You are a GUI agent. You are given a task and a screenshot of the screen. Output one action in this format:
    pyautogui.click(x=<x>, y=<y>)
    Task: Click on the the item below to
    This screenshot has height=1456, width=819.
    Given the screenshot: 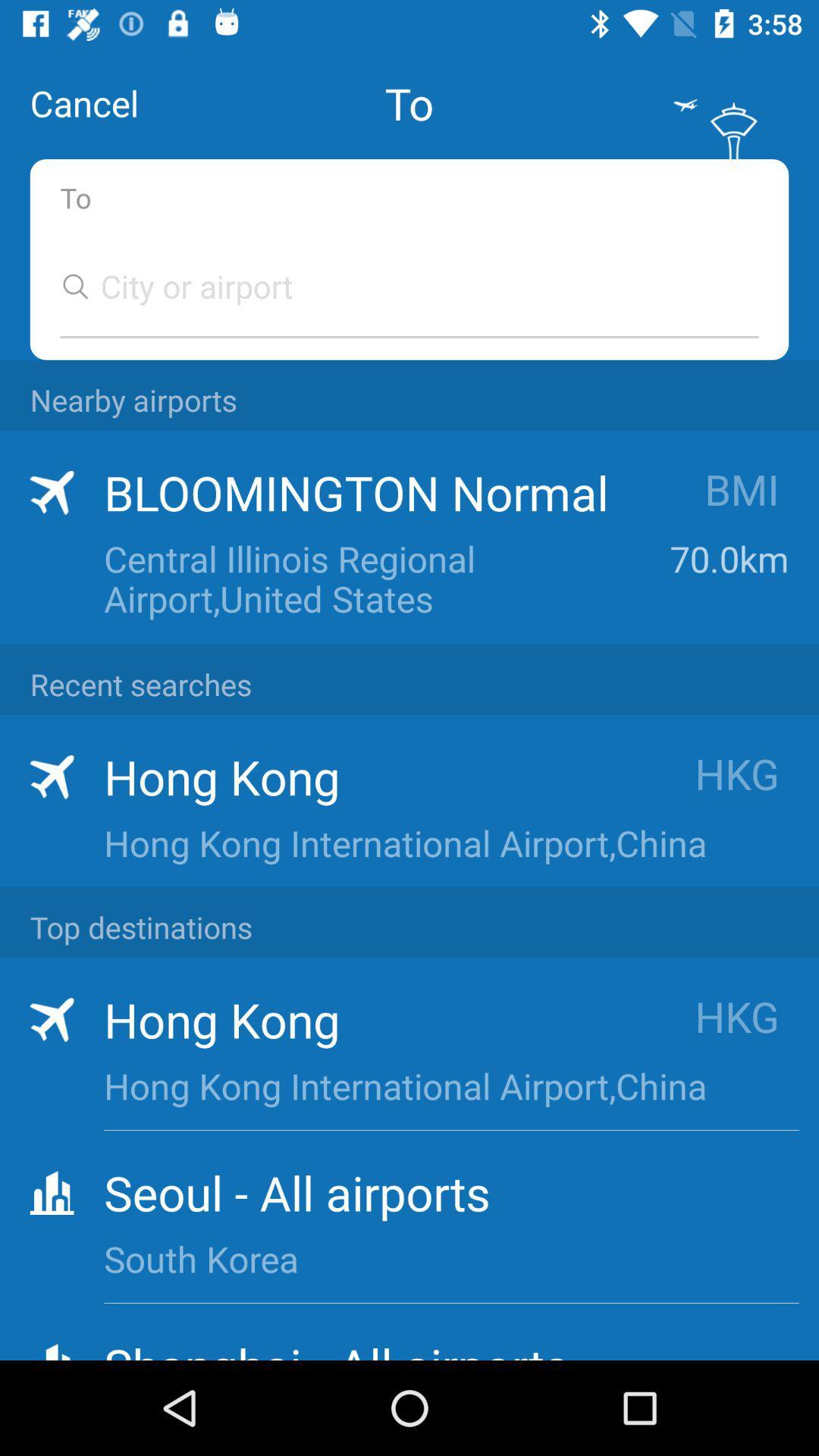 What is the action you would take?
    pyautogui.click(x=394, y=286)
    